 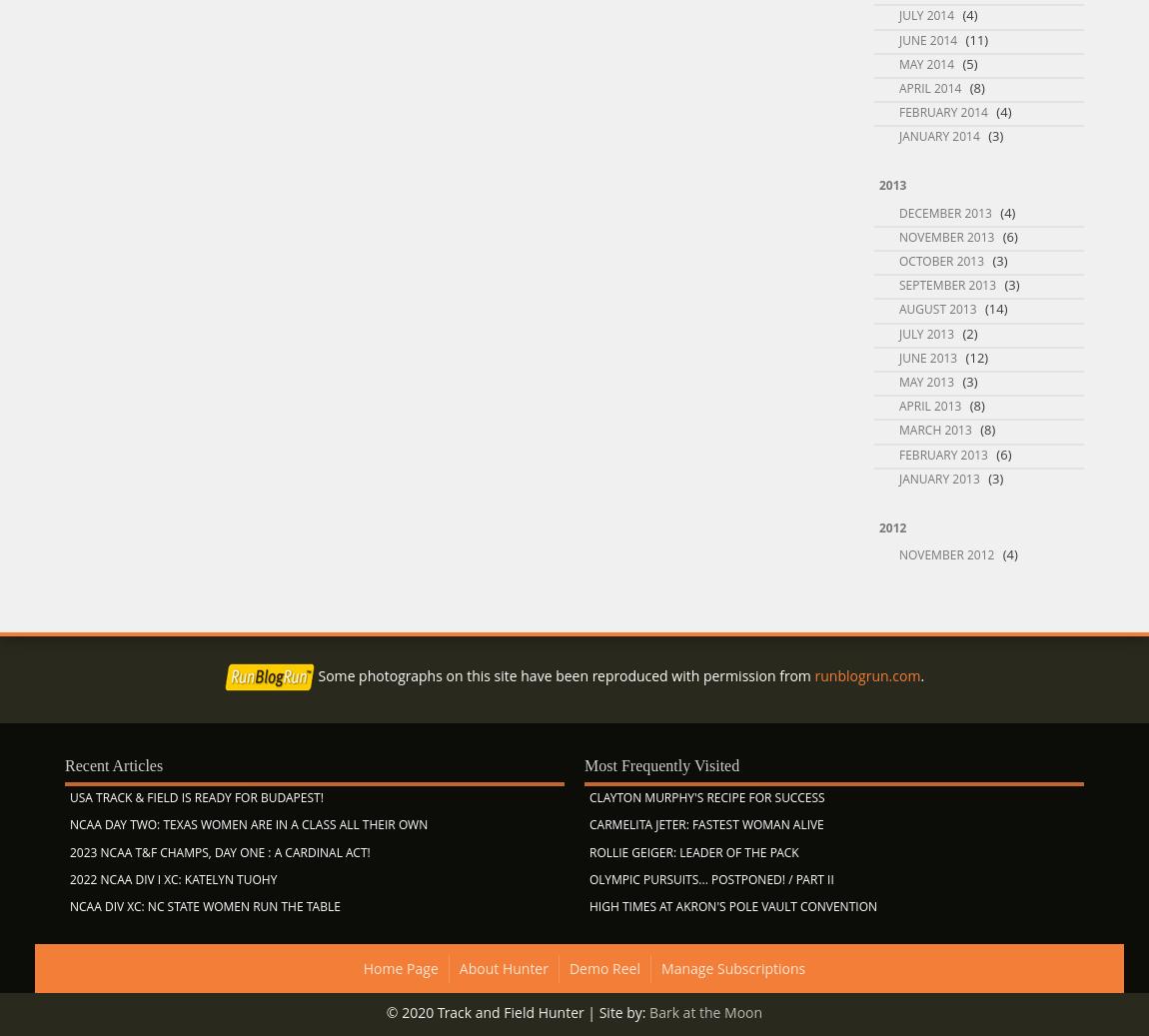 I want to click on 'May 2014', so click(x=926, y=62).